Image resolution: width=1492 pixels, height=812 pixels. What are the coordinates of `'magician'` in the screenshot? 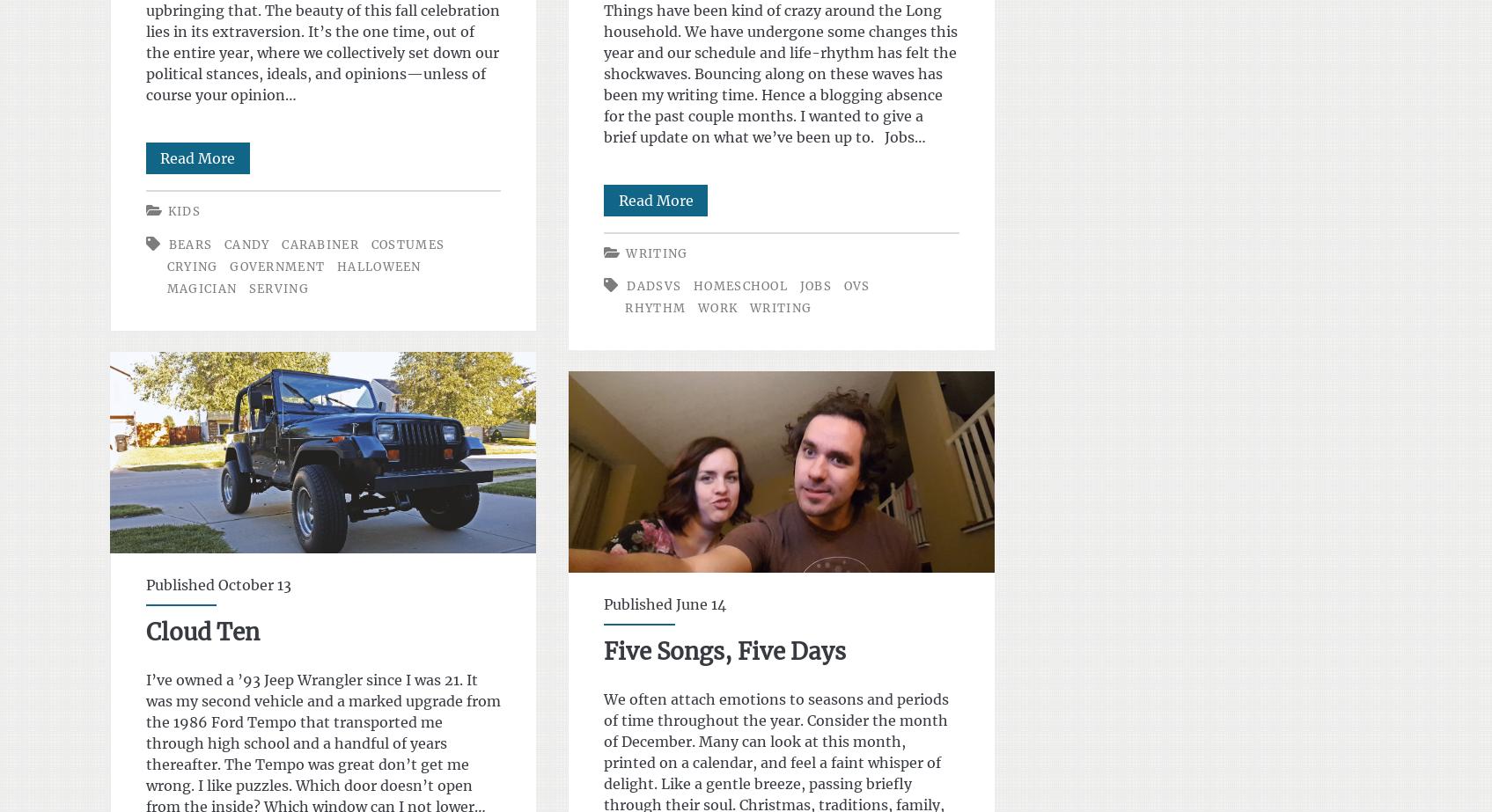 It's located at (200, 288).